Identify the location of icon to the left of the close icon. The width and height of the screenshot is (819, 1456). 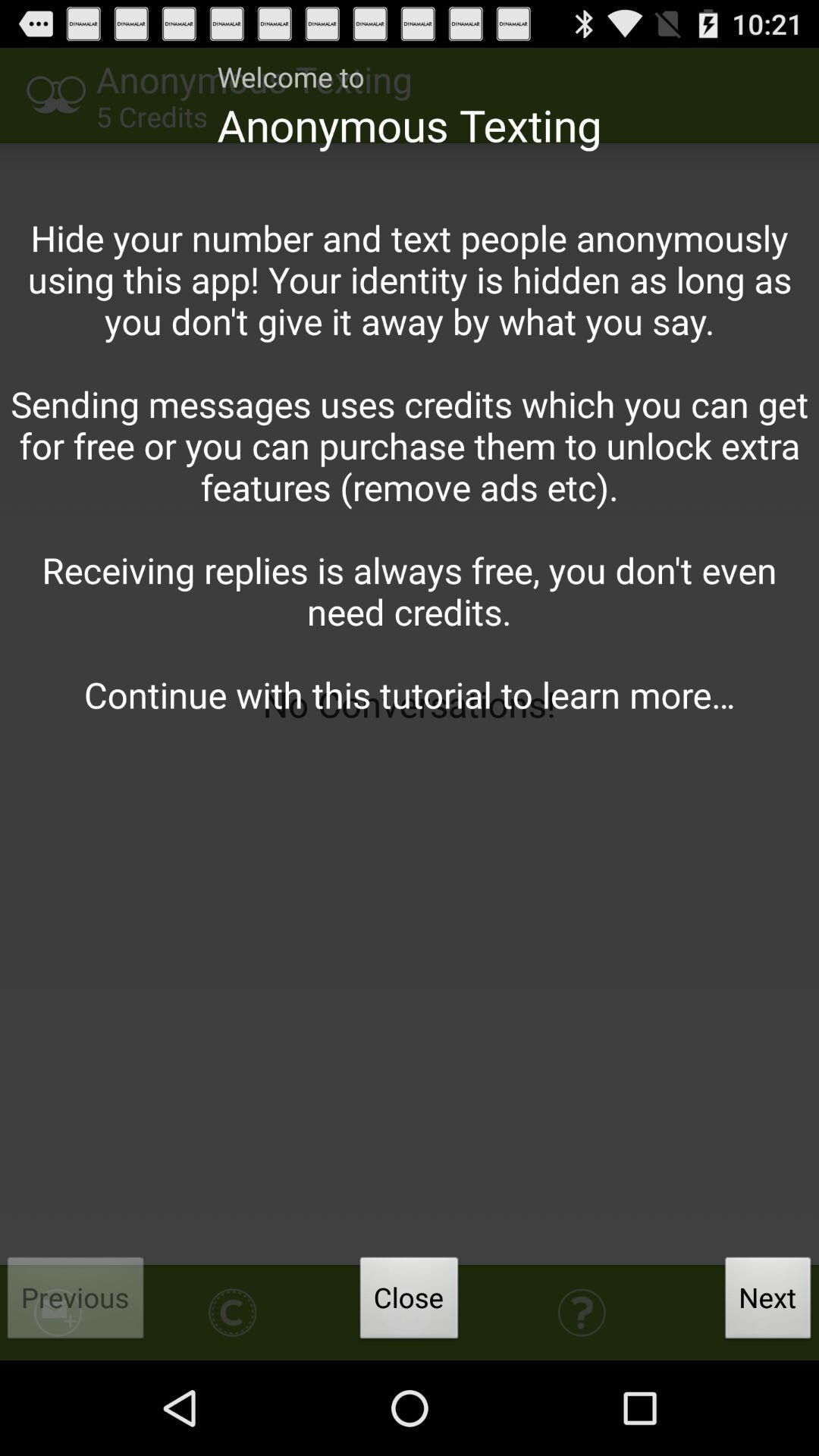
(76, 1301).